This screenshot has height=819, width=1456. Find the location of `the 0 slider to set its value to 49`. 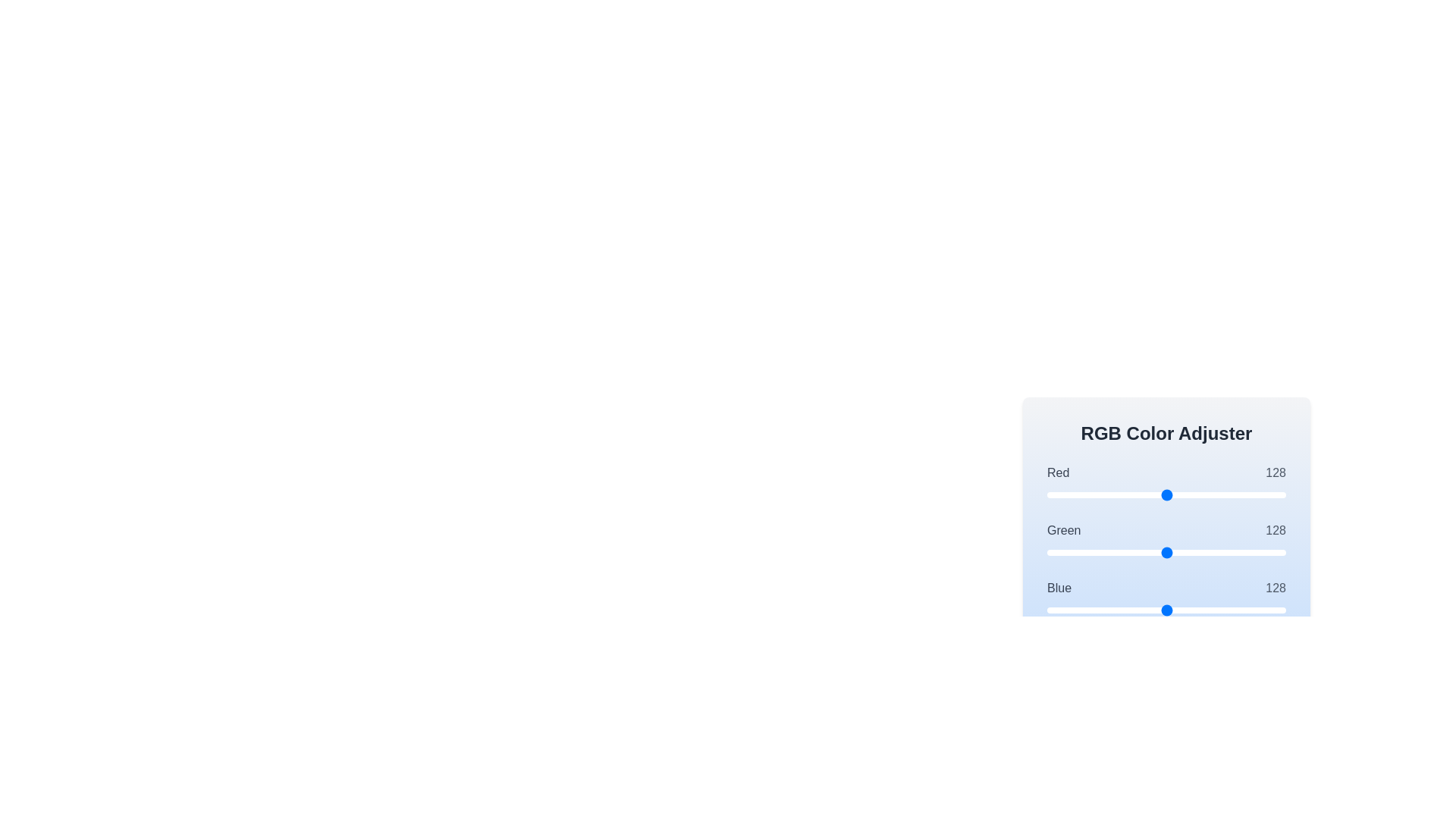

the 0 slider to set its value to 49 is located at coordinates (1093, 494).